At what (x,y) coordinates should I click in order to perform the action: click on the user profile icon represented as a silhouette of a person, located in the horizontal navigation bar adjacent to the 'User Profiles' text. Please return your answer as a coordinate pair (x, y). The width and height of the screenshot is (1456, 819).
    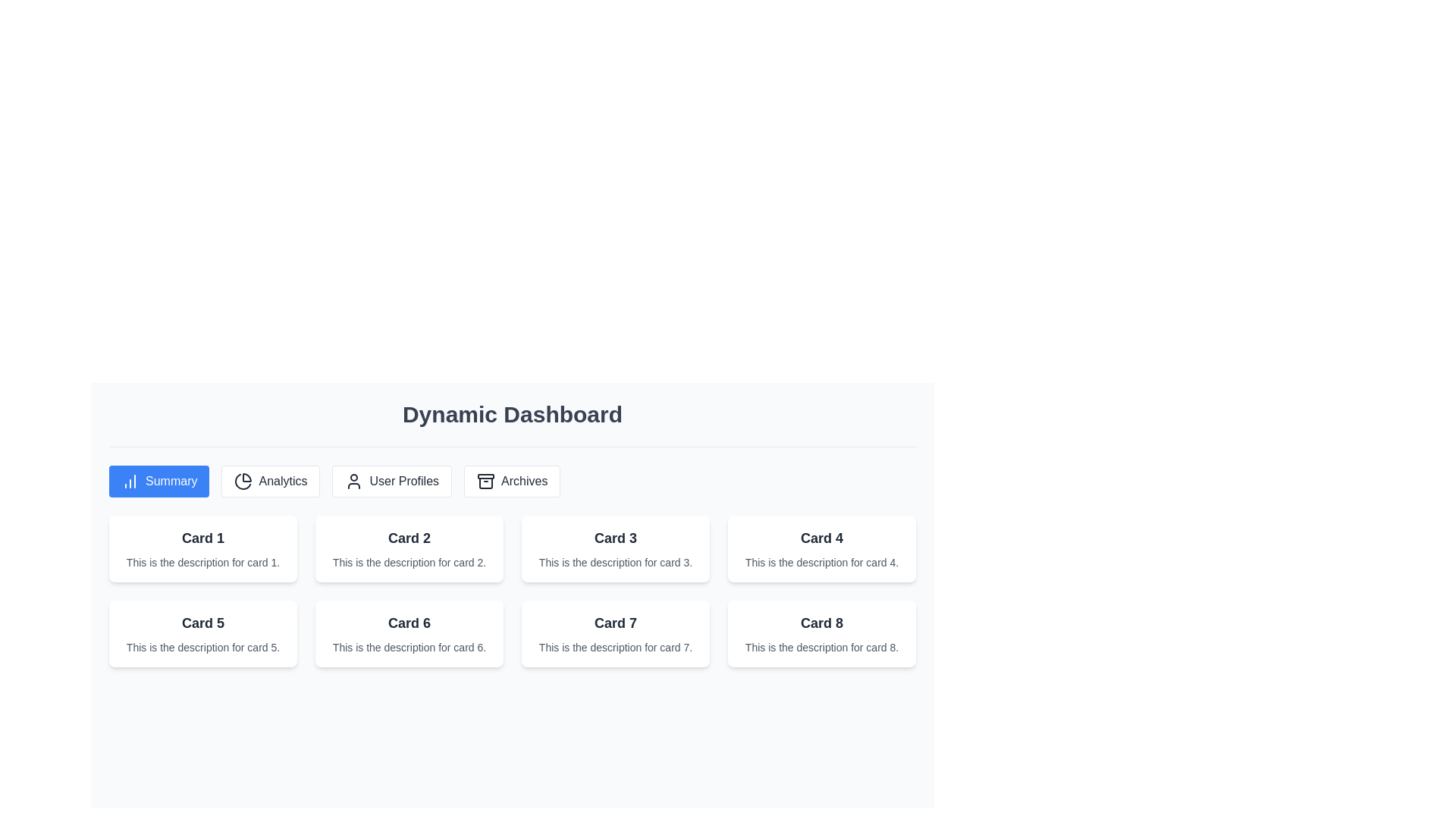
    Looking at the image, I should click on (353, 482).